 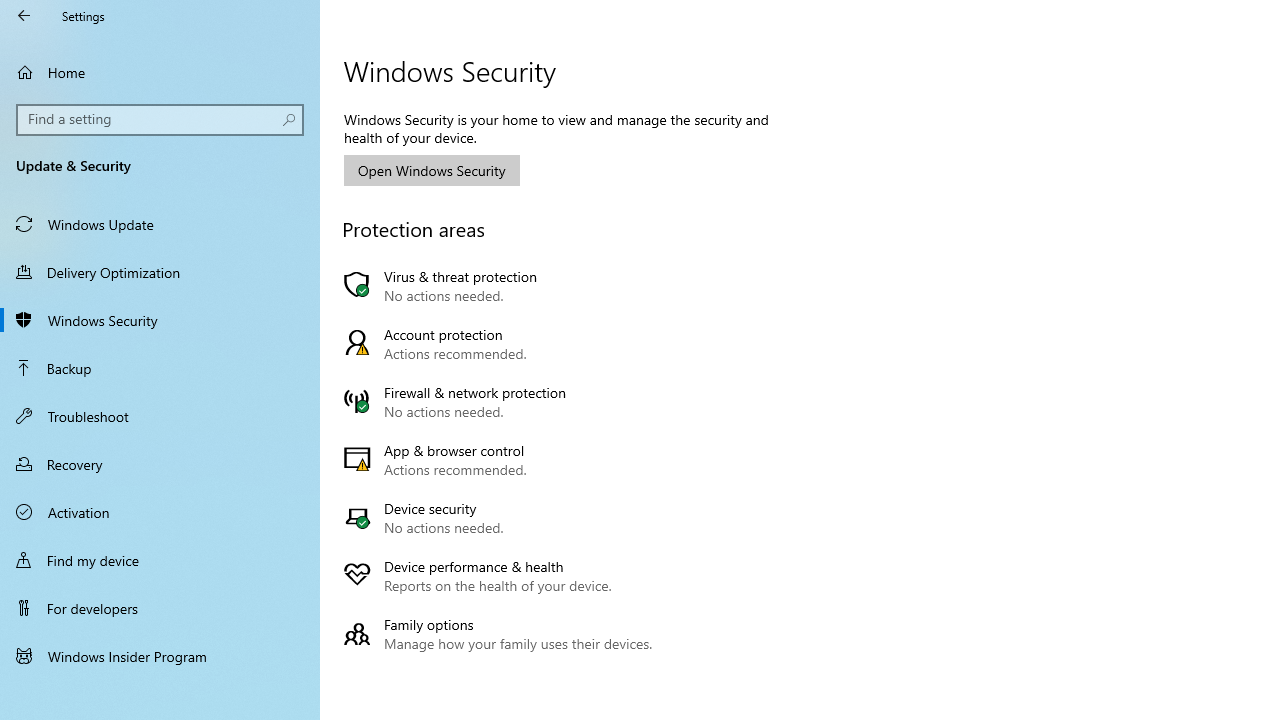 What do you see at coordinates (503, 402) in the screenshot?
I see `'Firewall & network protection No actions needed.'` at bounding box center [503, 402].